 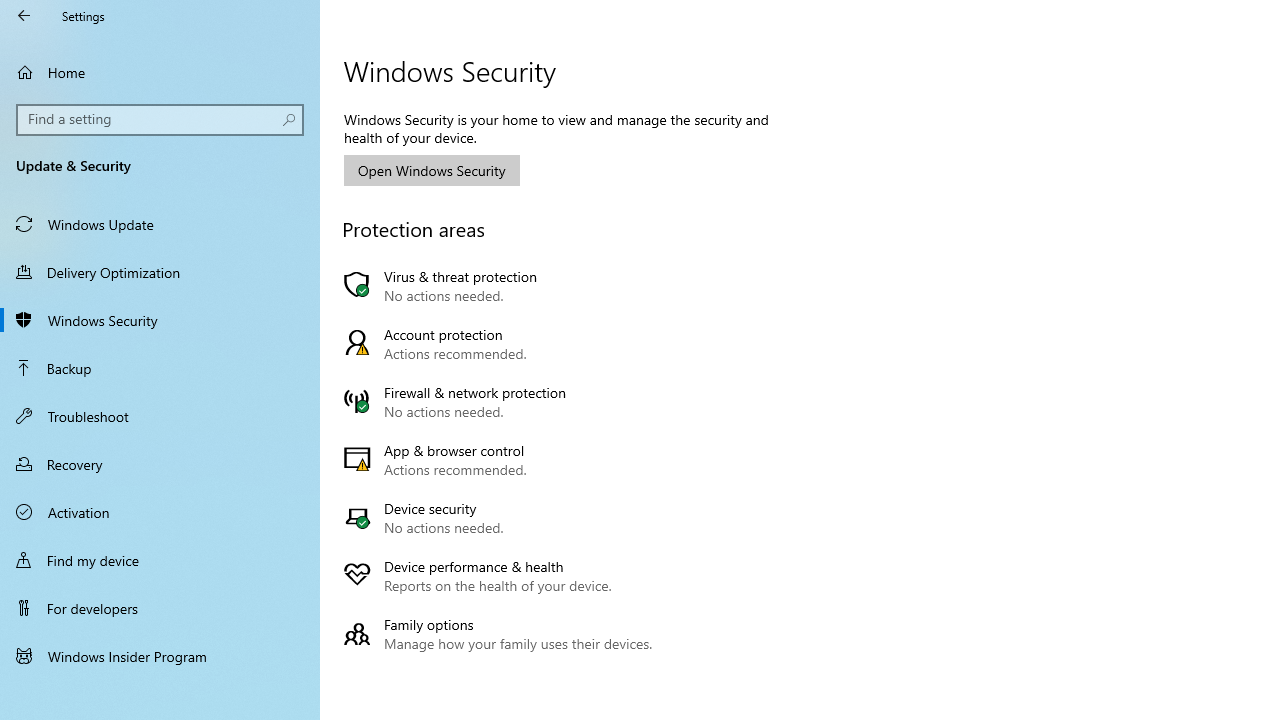 What do you see at coordinates (503, 402) in the screenshot?
I see `'Firewall & network protection No actions needed.'` at bounding box center [503, 402].